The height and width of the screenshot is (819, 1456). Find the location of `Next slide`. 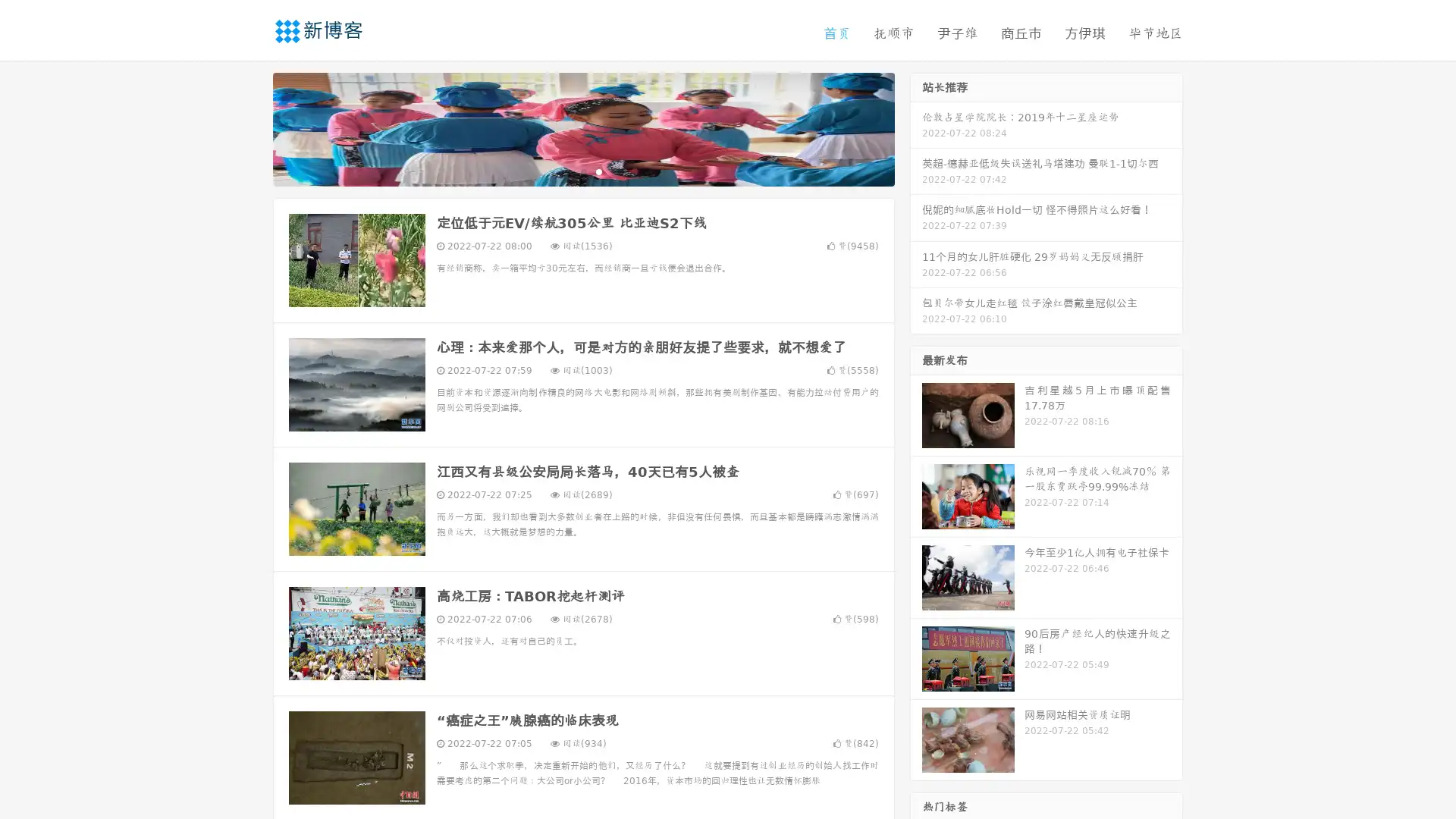

Next slide is located at coordinates (916, 127).